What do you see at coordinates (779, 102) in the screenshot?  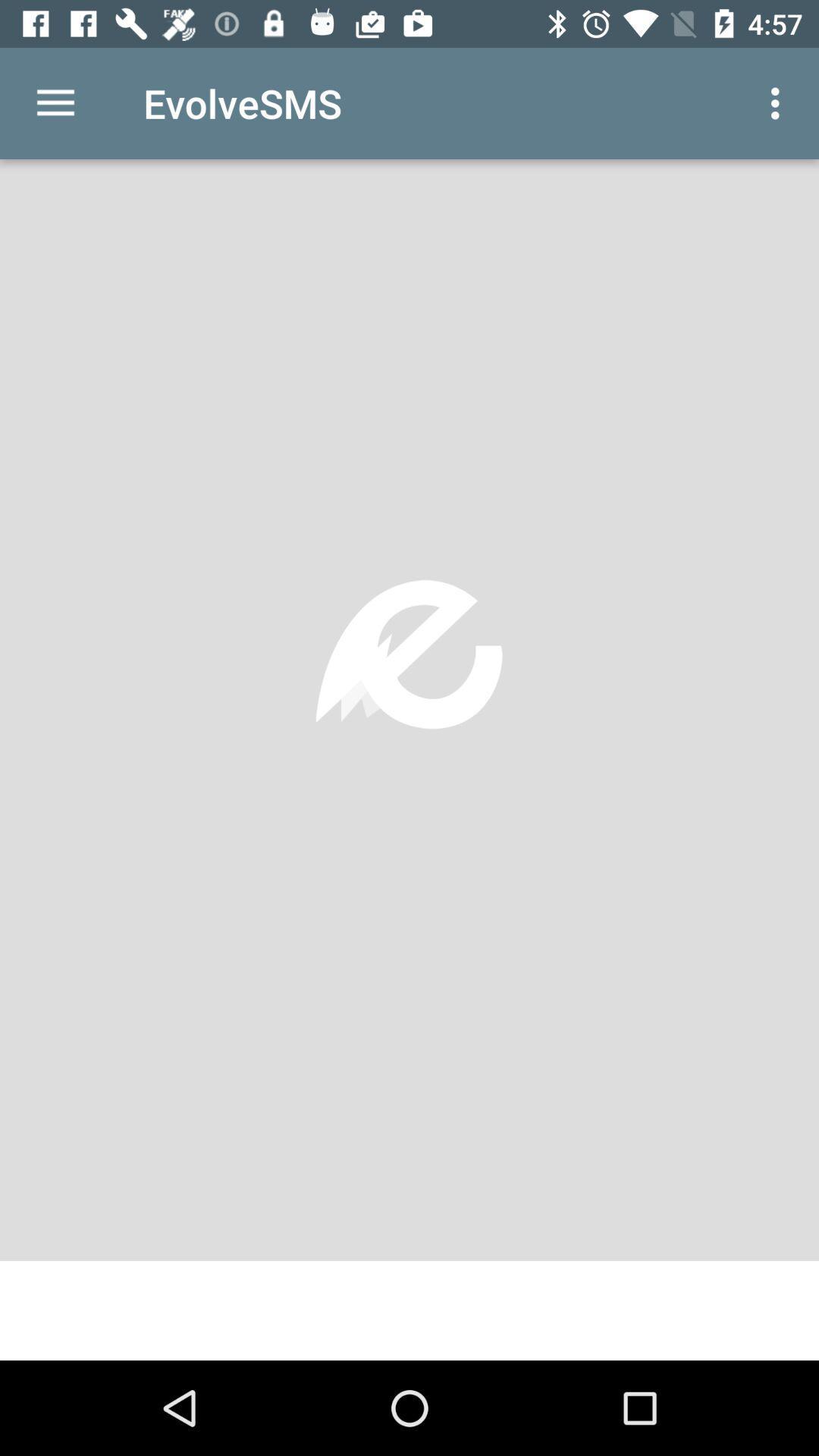 I see `icon next to the evolvesms` at bounding box center [779, 102].